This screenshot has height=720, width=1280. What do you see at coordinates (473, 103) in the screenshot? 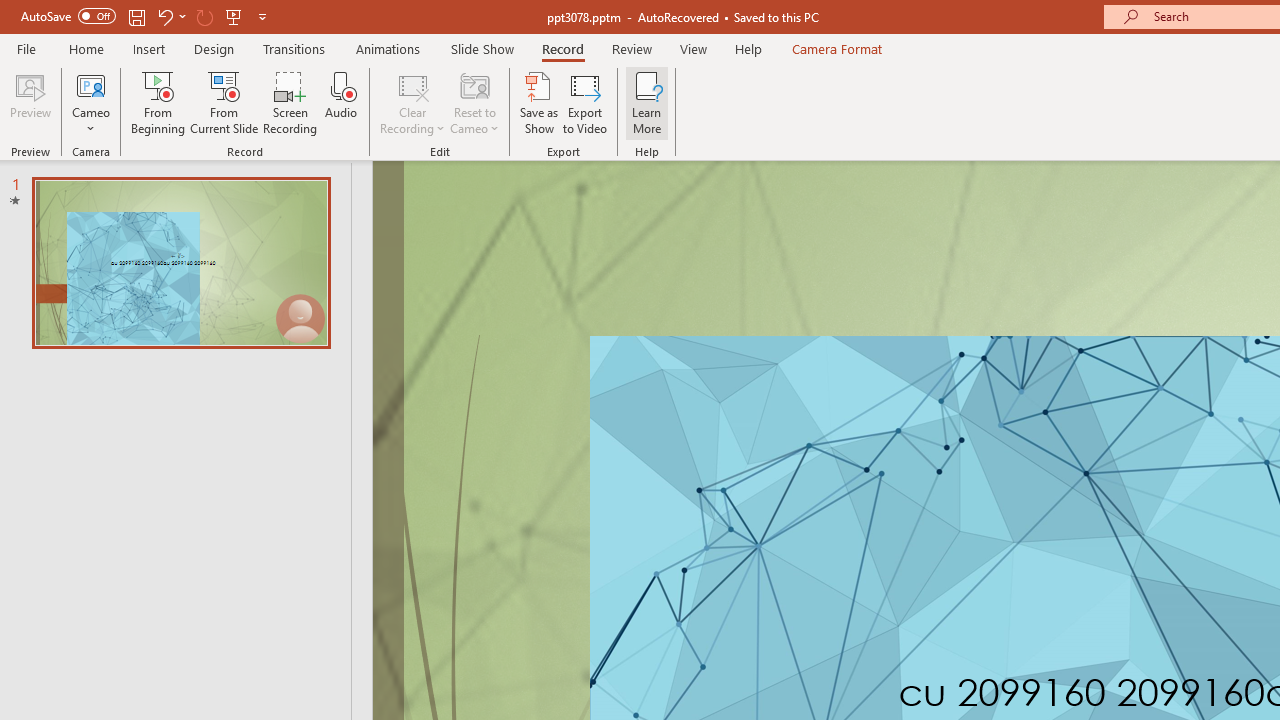
I see `'Reset to Cameo'` at bounding box center [473, 103].